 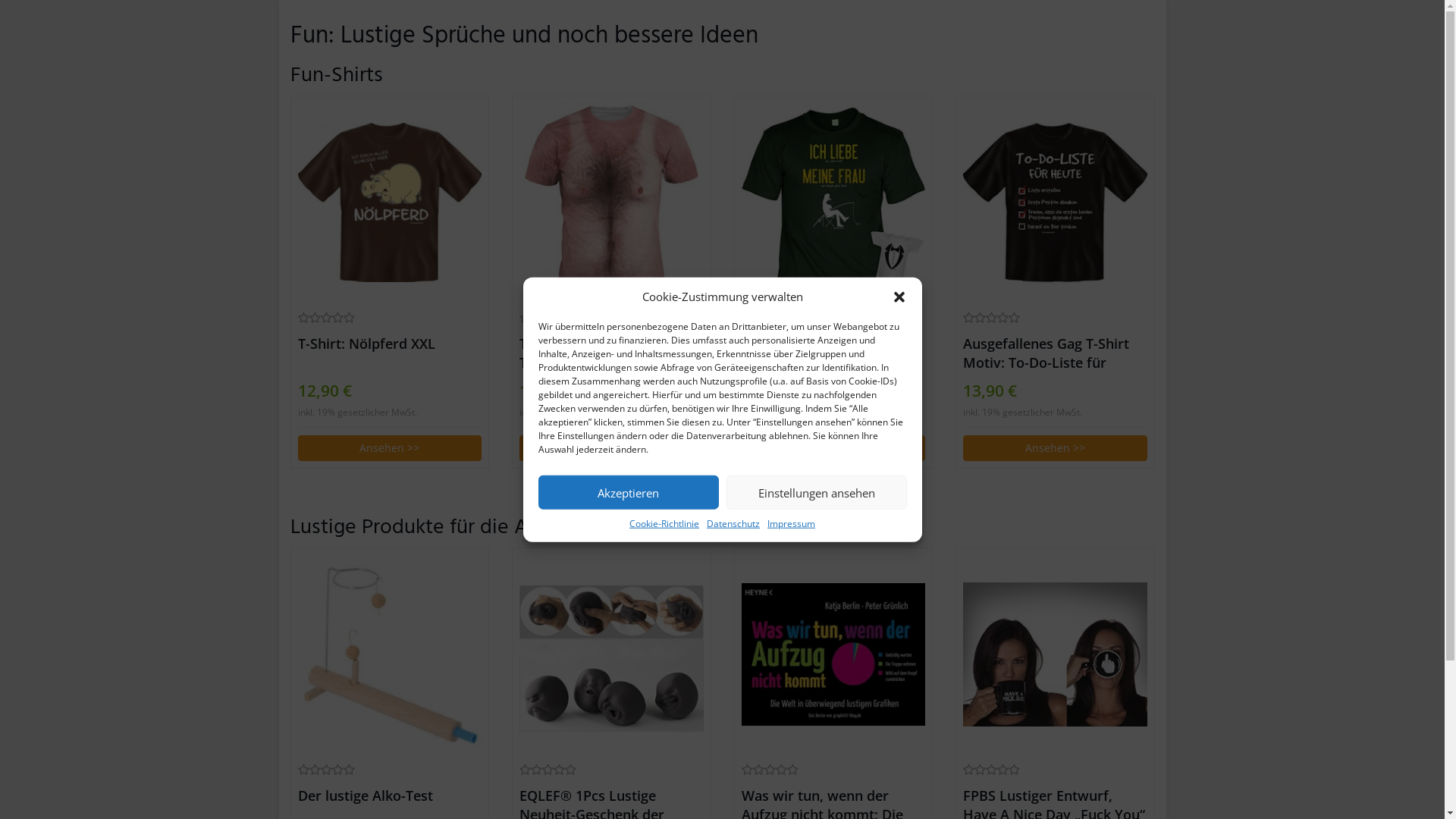 What do you see at coordinates (790, 522) in the screenshot?
I see `'Impressum'` at bounding box center [790, 522].